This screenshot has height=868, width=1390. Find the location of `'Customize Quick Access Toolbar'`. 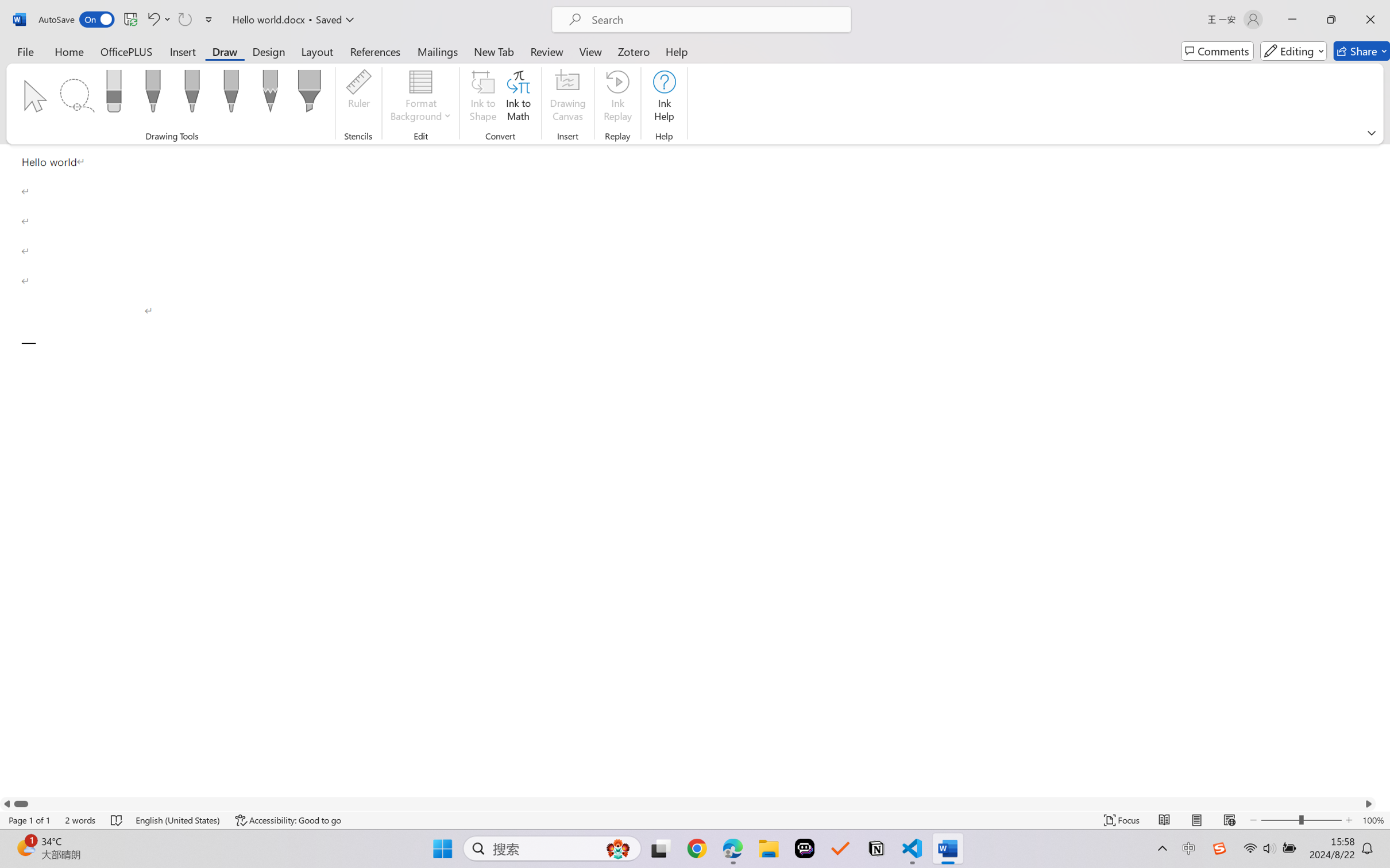

'Customize Quick Access Toolbar' is located at coordinates (208, 19).